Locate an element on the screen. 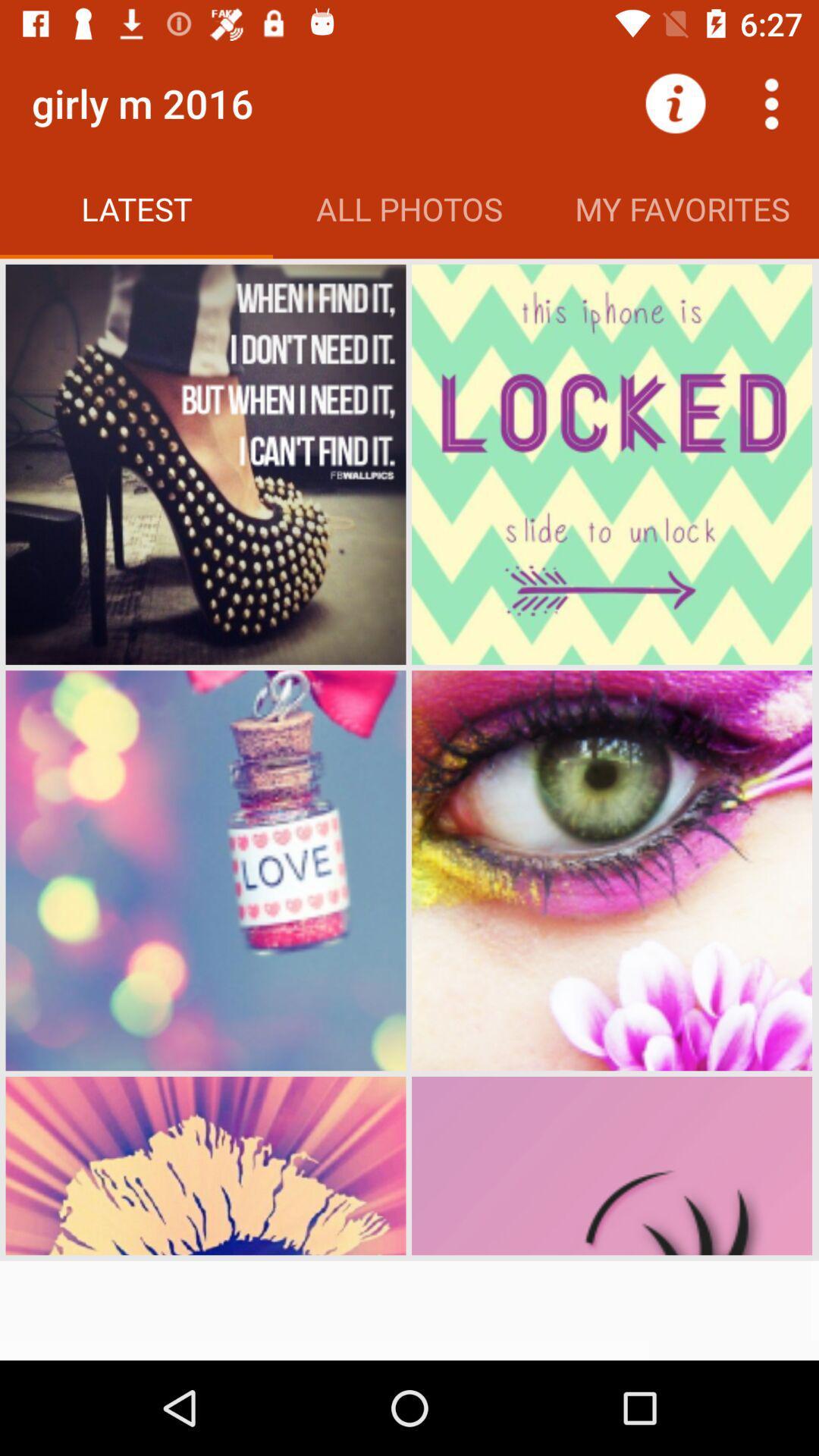  the more option is located at coordinates (771, 102).